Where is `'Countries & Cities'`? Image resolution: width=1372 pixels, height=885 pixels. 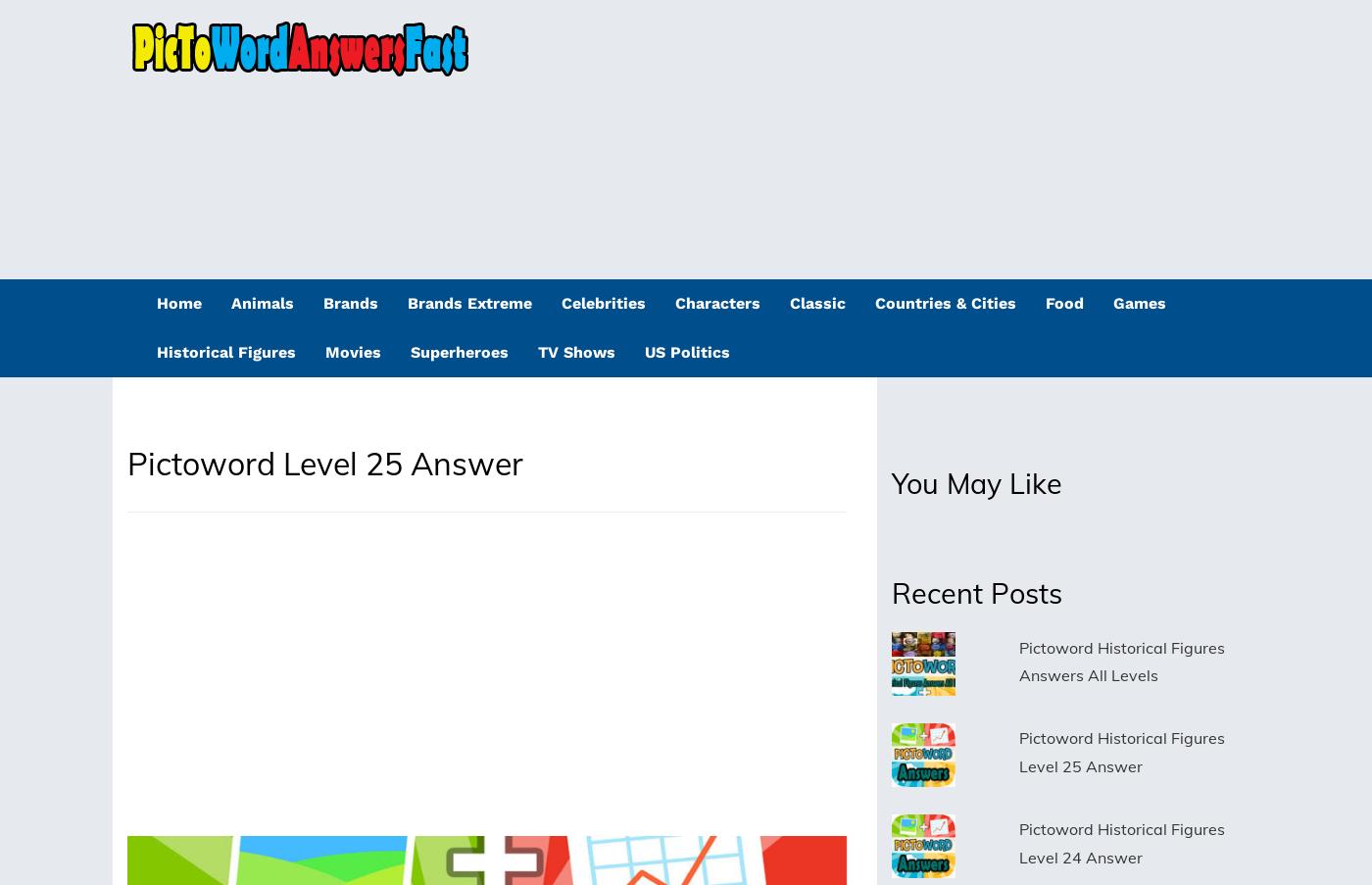 'Countries & Cities' is located at coordinates (946, 302).